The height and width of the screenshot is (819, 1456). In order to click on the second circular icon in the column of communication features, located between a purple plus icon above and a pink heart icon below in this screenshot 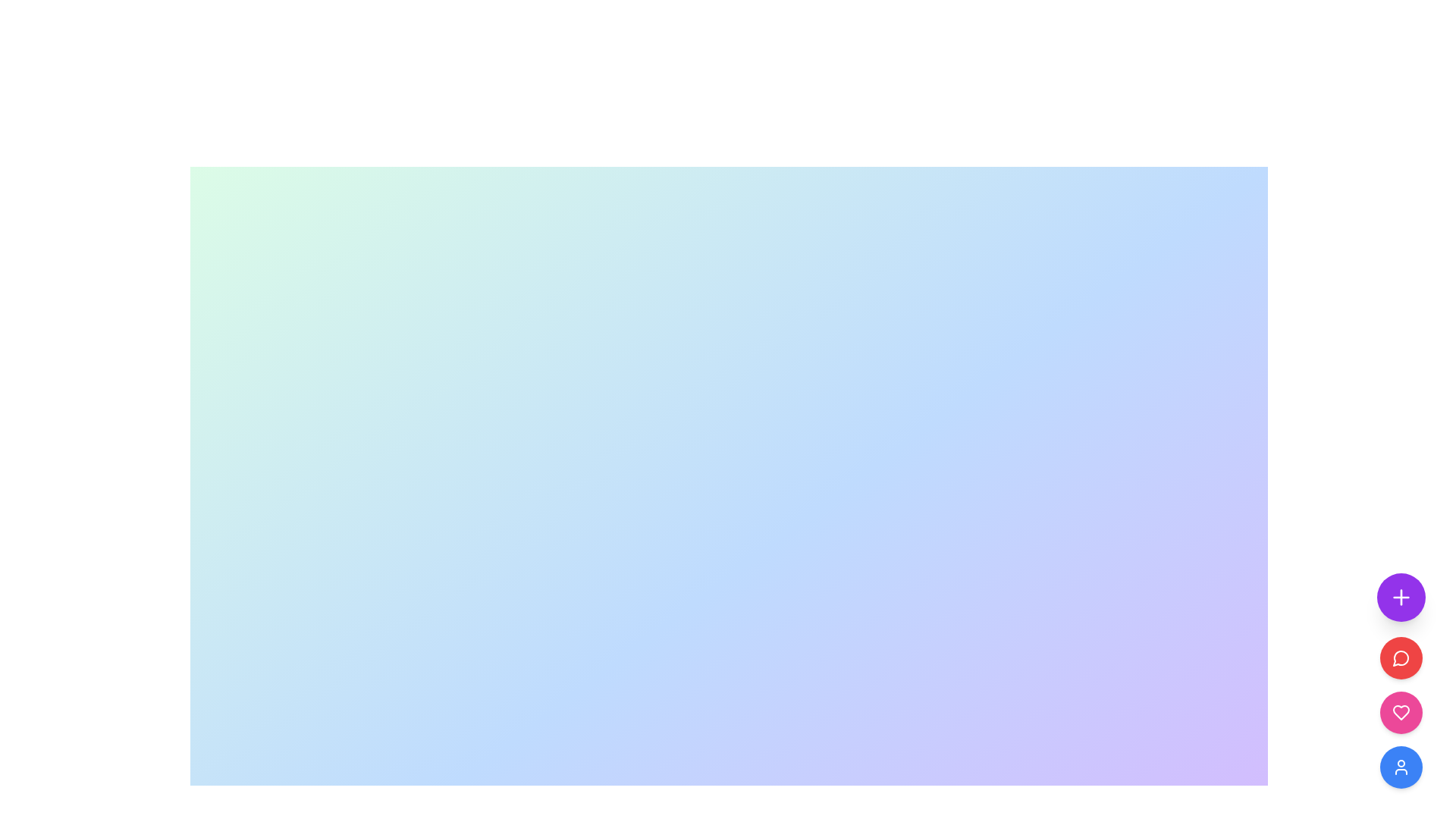, I will do `click(1400, 657)`.